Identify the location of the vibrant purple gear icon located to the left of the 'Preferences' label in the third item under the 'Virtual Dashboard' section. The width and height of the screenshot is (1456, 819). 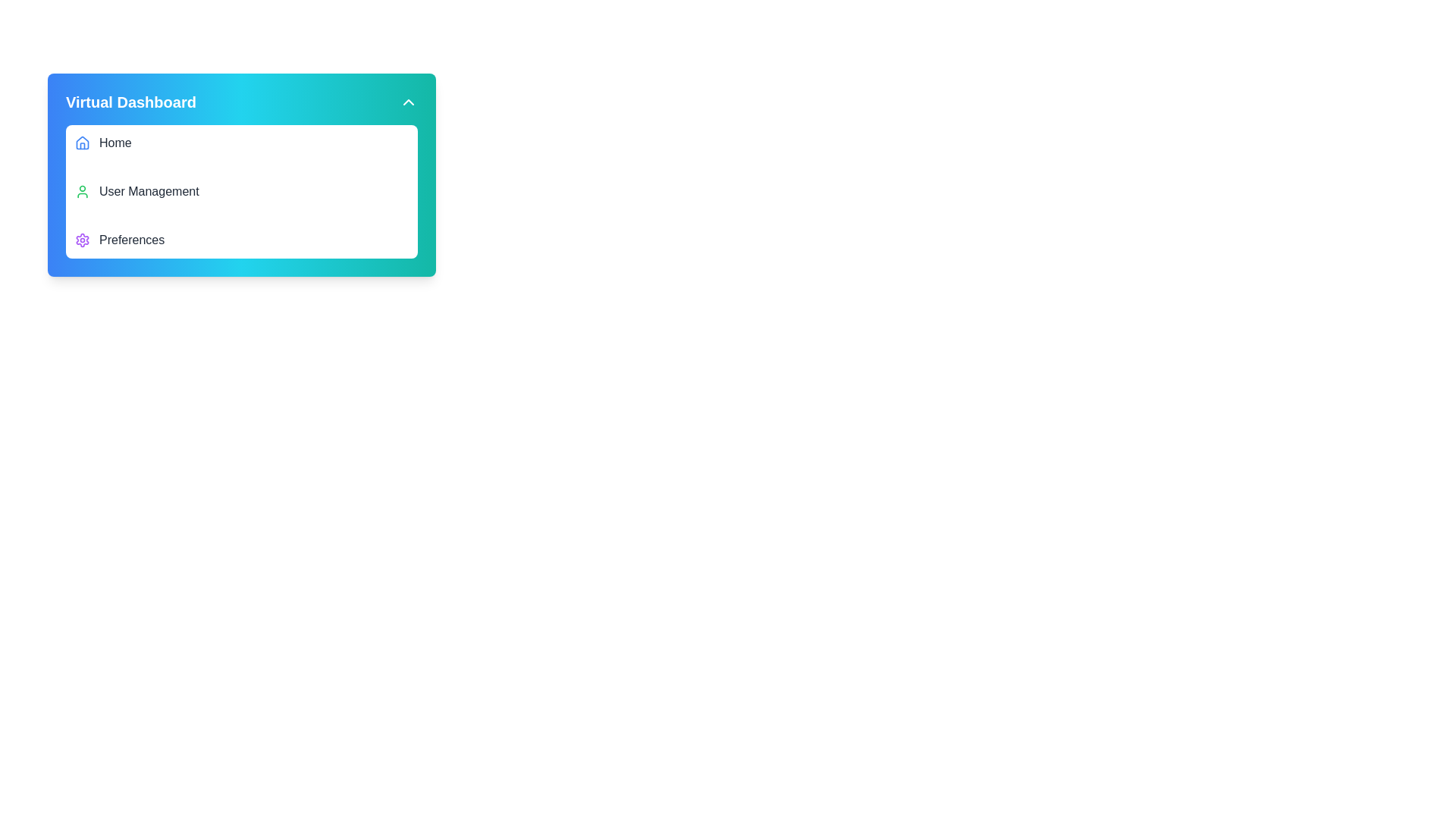
(82, 239).